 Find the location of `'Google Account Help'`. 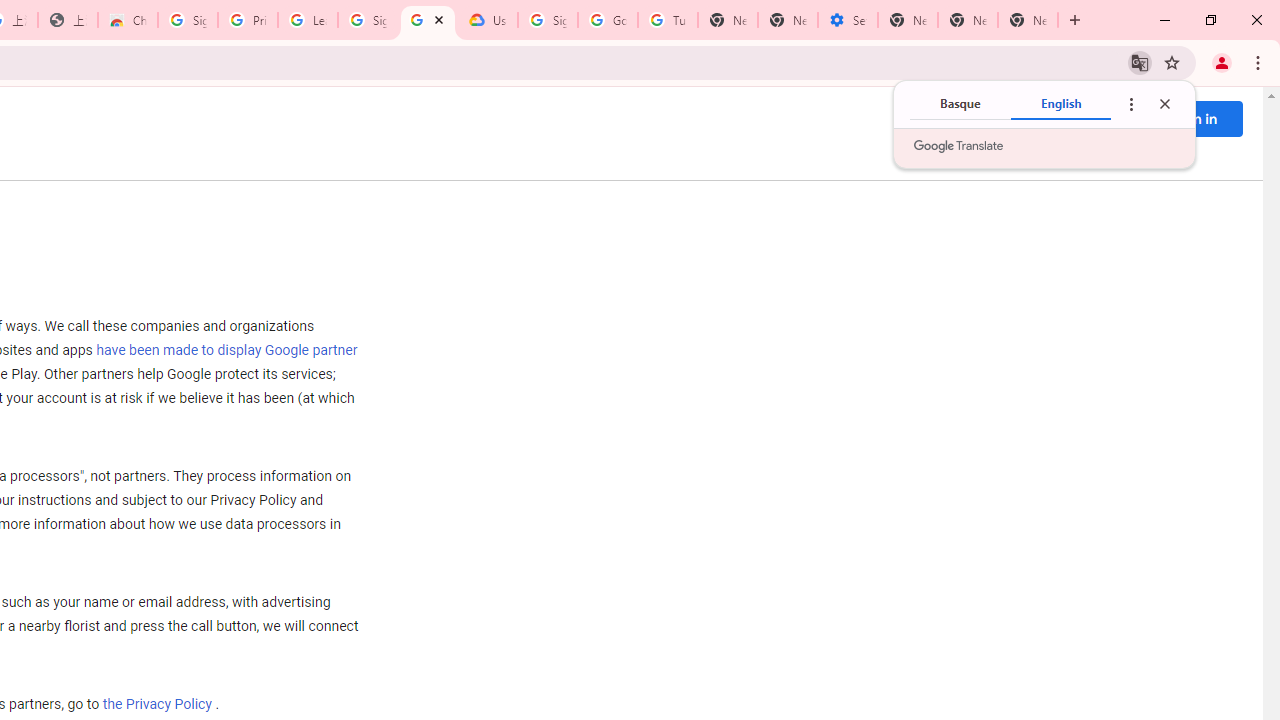

'Google Account Help' is located at coordinates (607, 20).